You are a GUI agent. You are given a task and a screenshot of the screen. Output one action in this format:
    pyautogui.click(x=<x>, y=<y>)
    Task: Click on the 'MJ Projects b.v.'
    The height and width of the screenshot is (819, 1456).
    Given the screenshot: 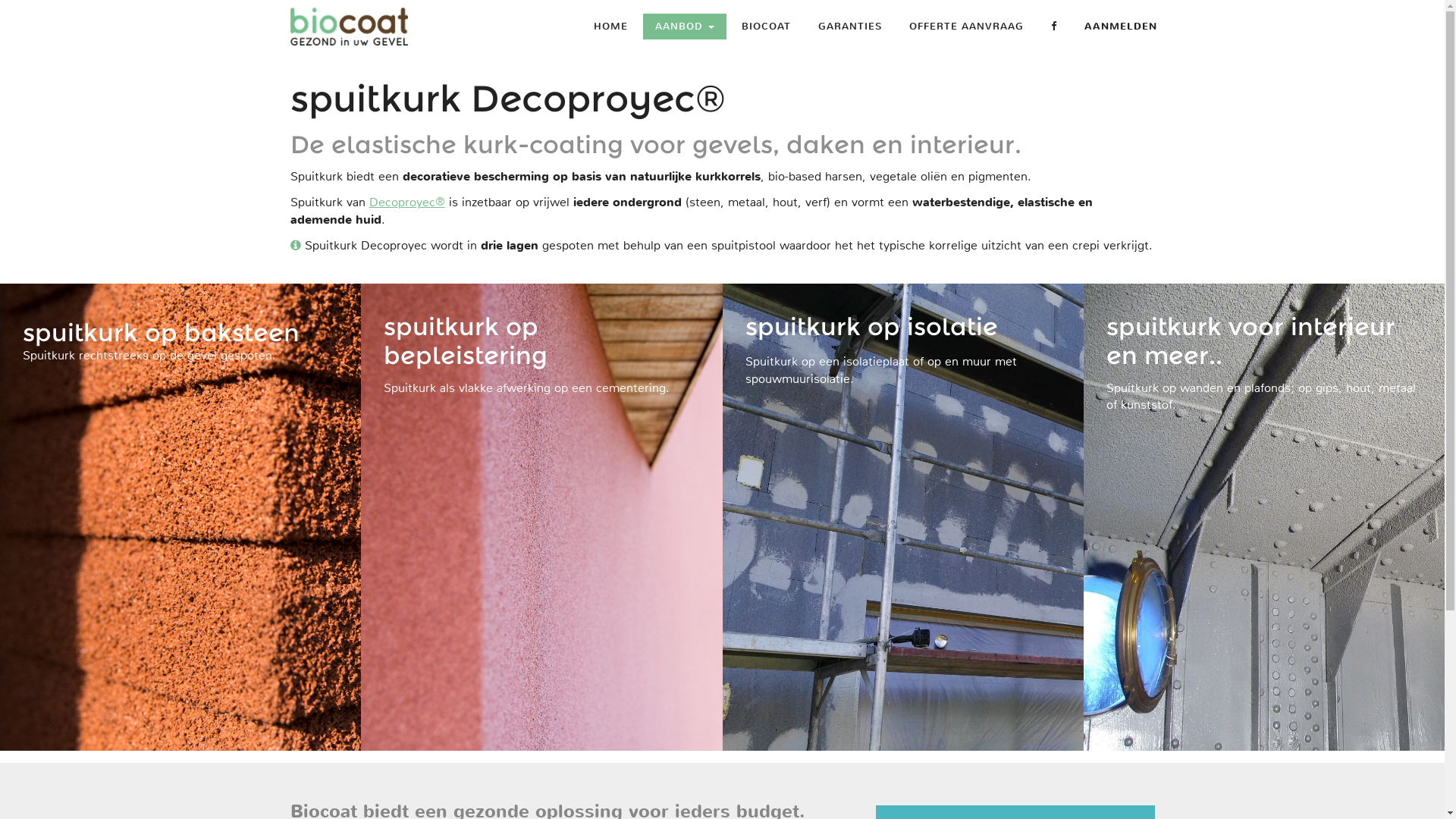 What is the action you would take?
    pyautogui.click(x=347, y=26)
    